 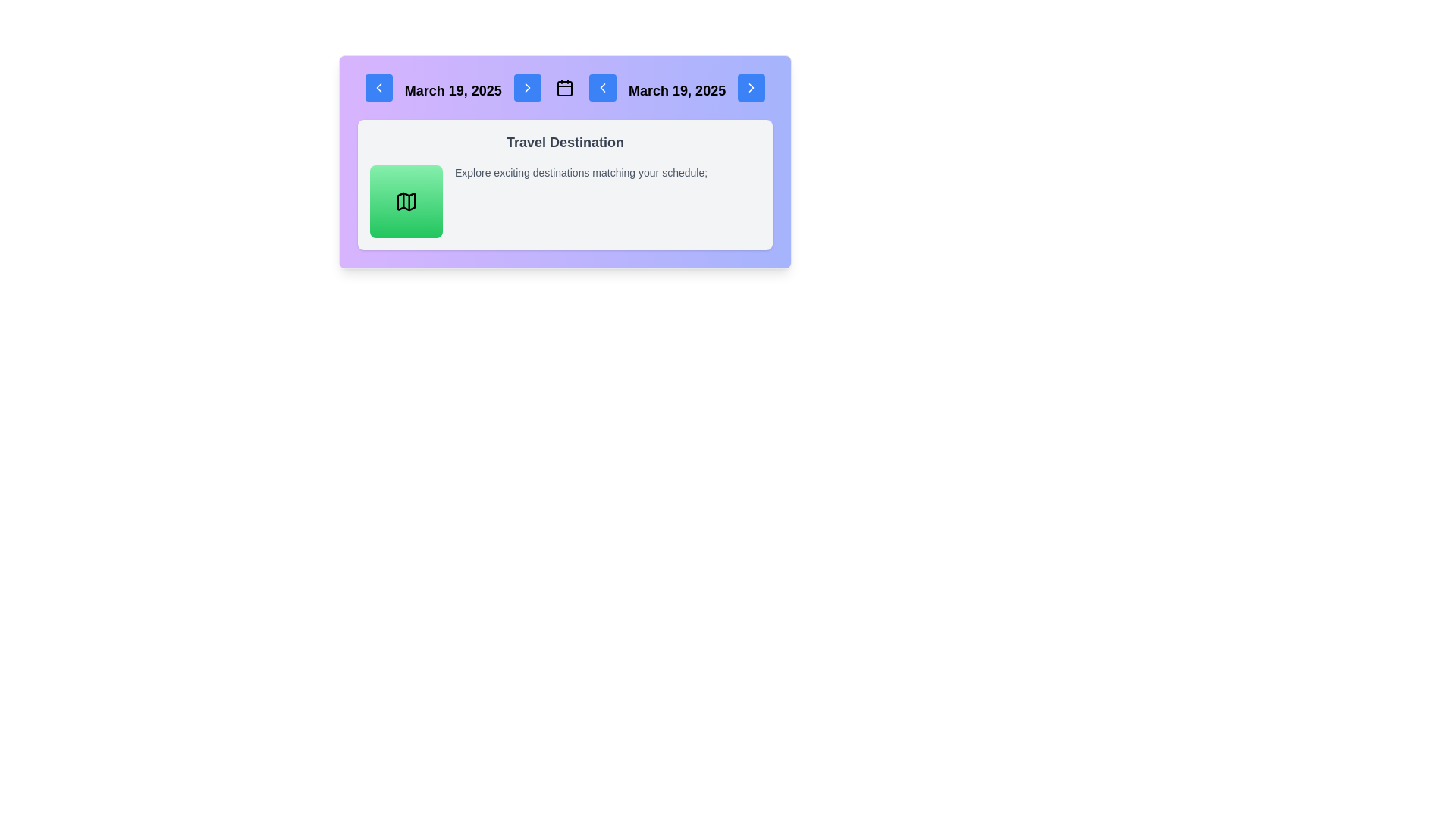 What do you see at coordinates (406, 201) in the screenshot?
I see `the button that serves as an interactive placeholder for navigating or exploring destinations, indicated by the map icon` at bounding box center [406, 201].